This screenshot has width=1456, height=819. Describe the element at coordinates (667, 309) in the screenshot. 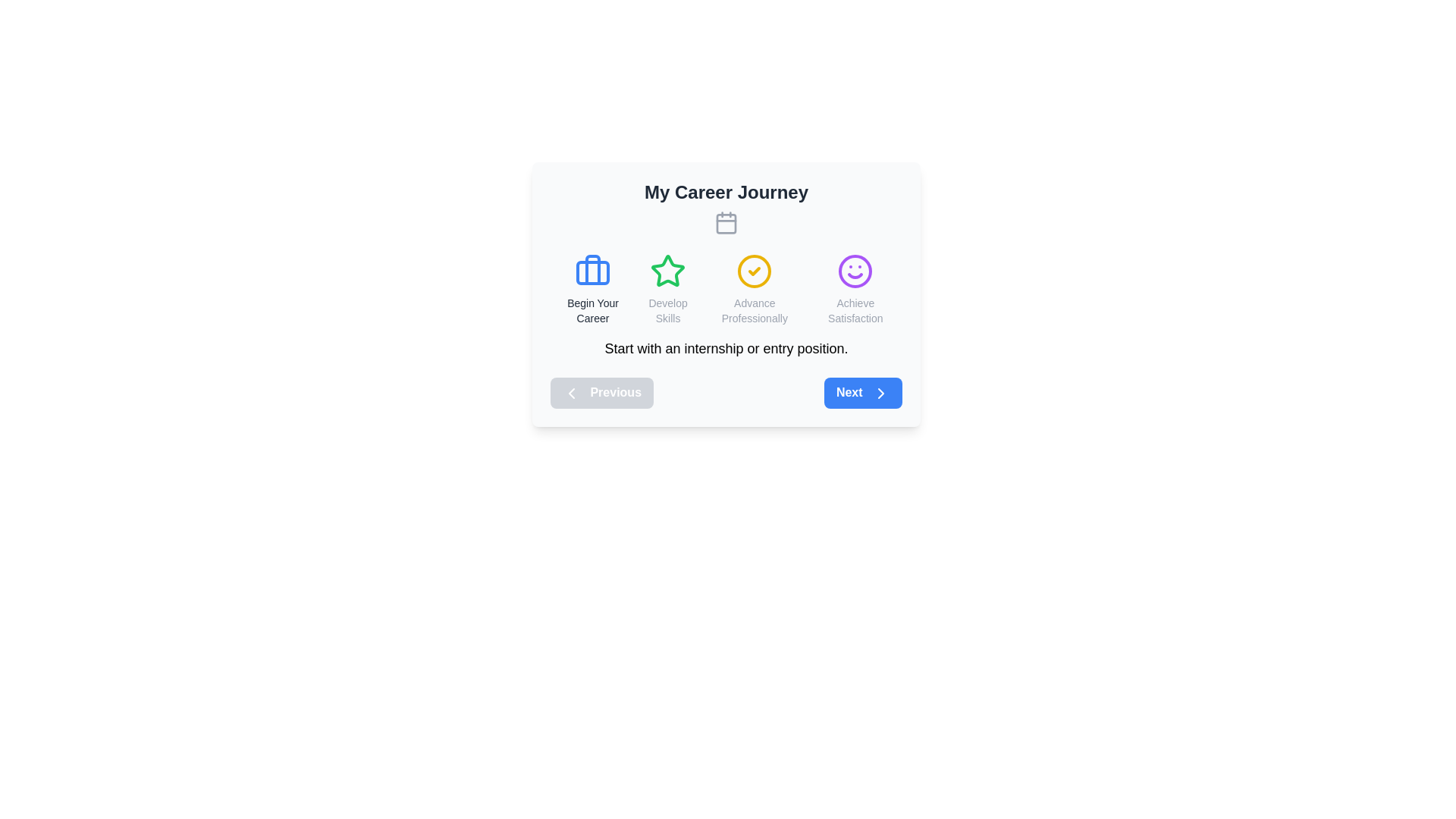

I see `the 'Develop Skills' text label, which is styled in a smaller font size and located below a green star icon in the second column of the grid layout` at that location.